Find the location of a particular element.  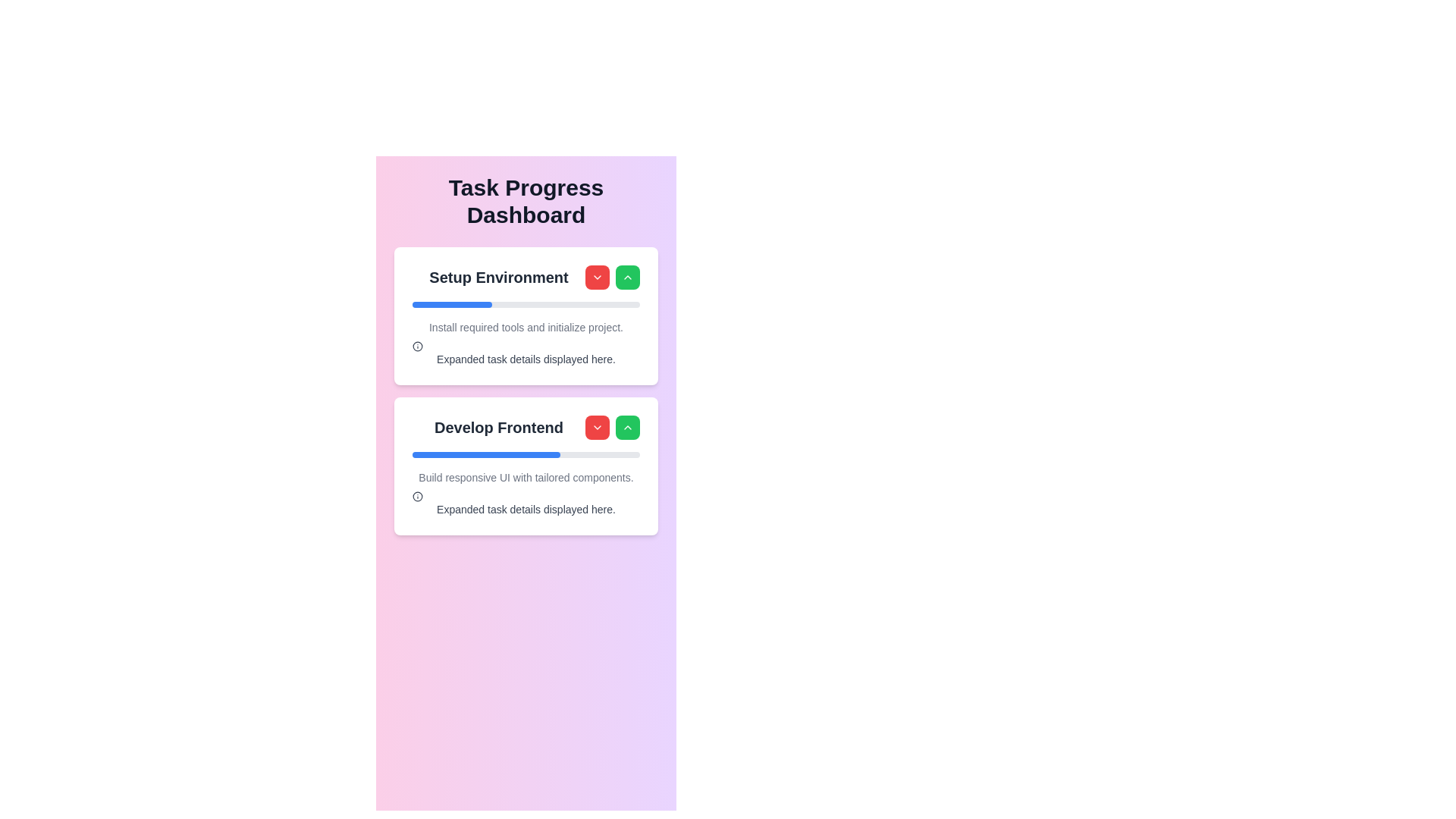

the circular outline of the 'info' icon is located at coordinates (418, 346).